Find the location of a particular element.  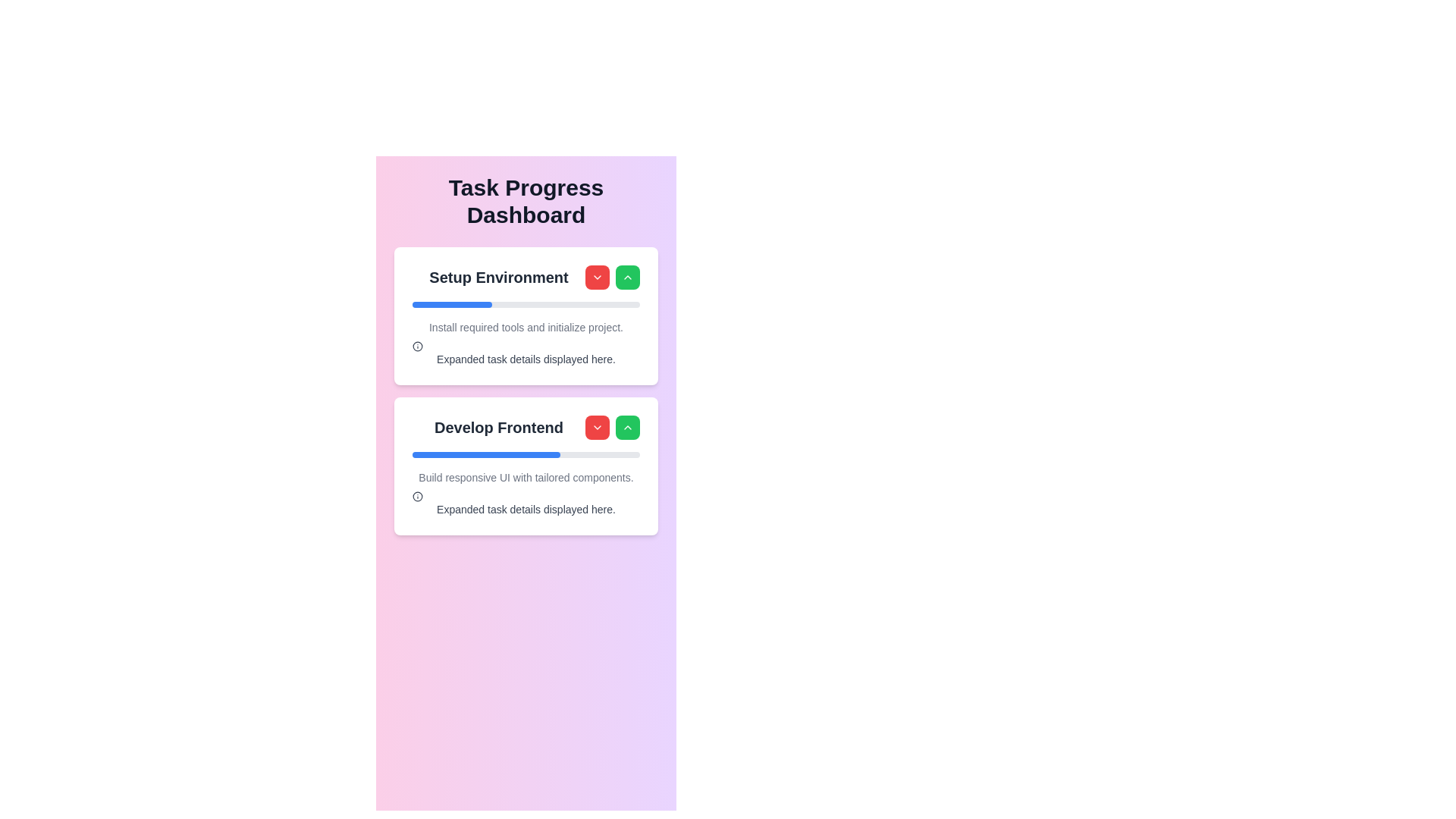

the circular outline of the 'info' icon is located at coordinates (418, 346).